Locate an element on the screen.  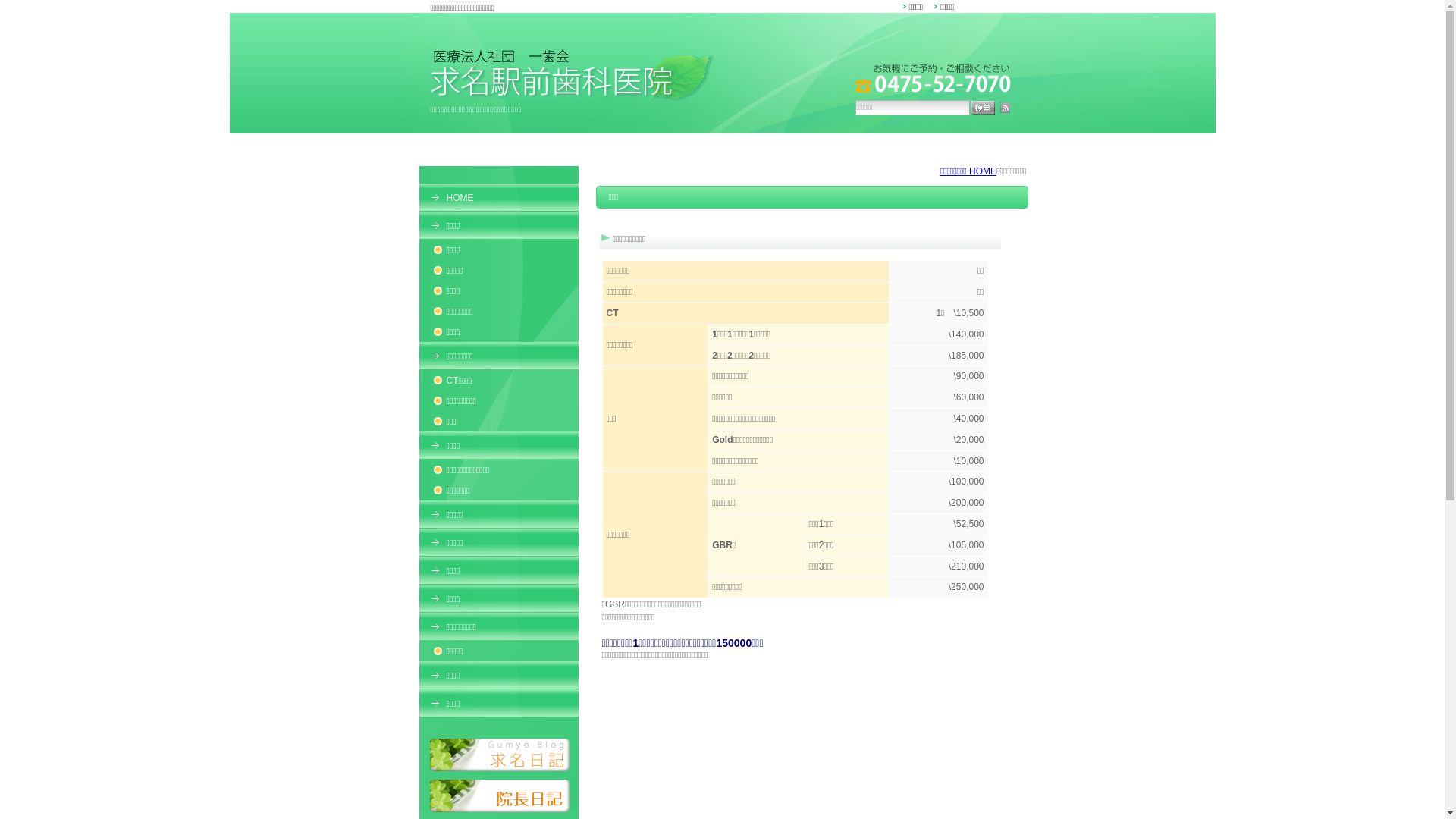
'HOME' is located at coordinates (498, 196).